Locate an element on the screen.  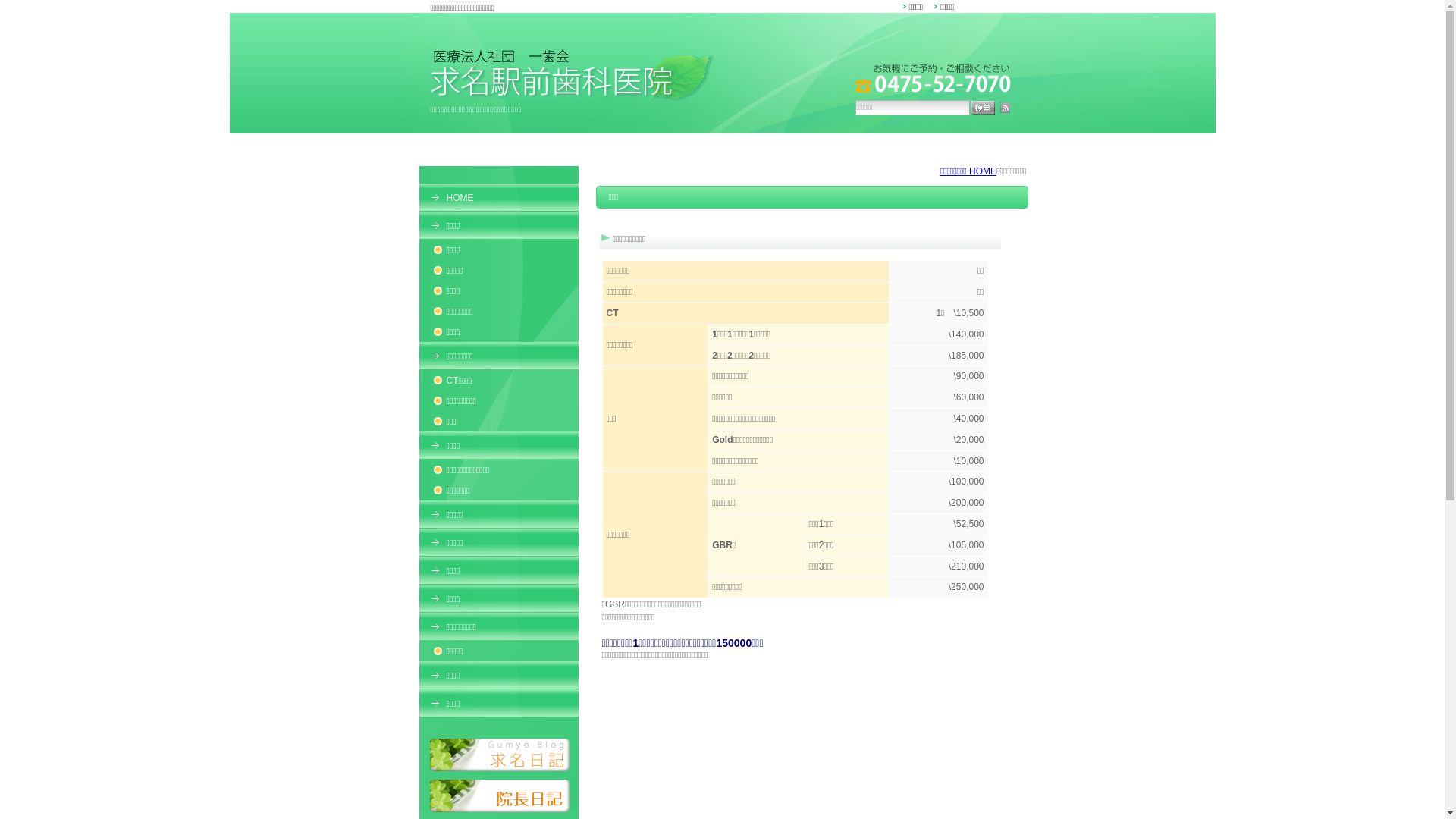
'HOME' is located at coordinates (498, 196).